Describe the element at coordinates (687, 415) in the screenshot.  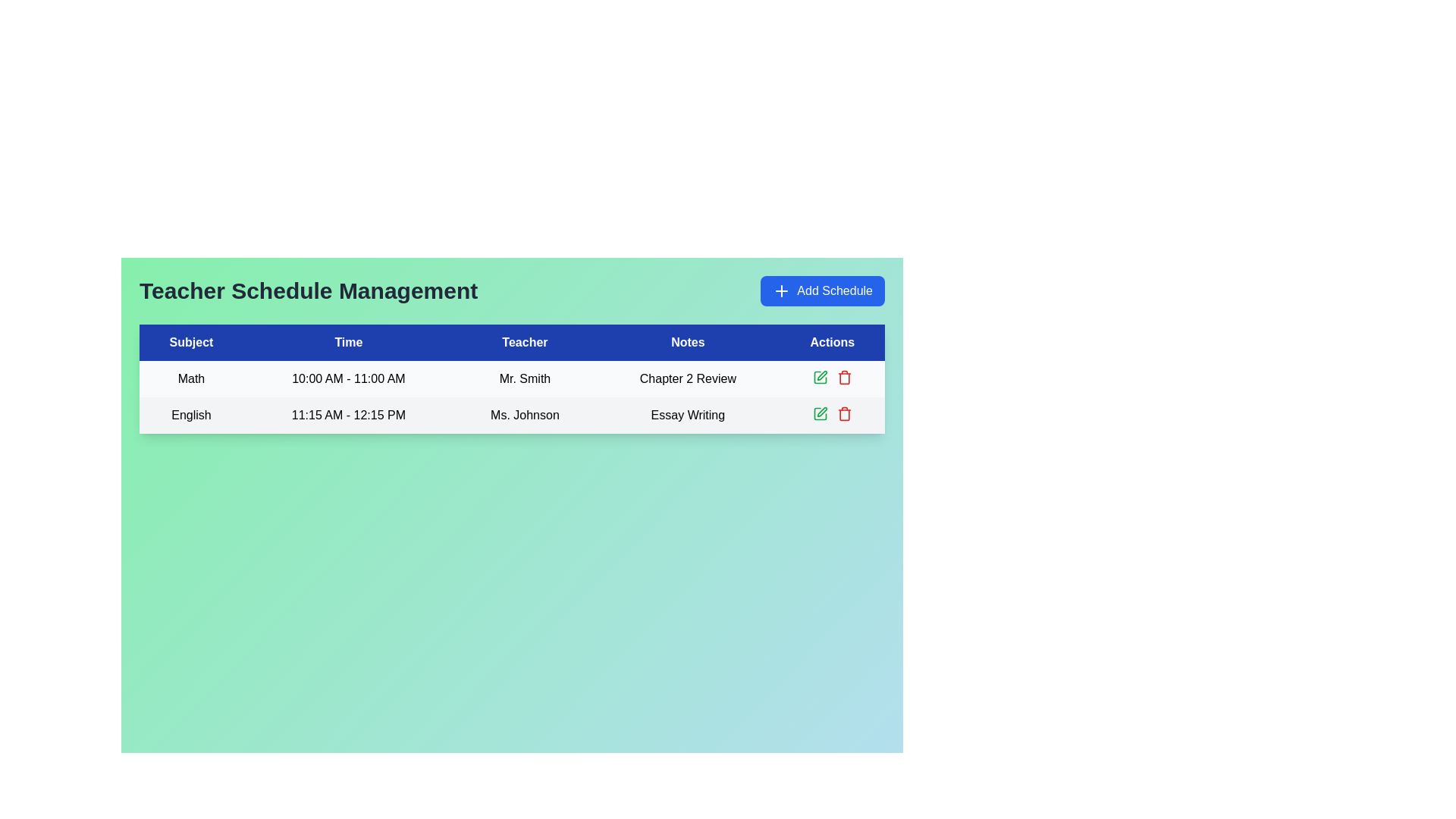
I see `the label displaying 'Essay Writing' in the 'Notes' section, which is positioned in the fourth column of the second row of the table, aligned to the right of 'Ms. Johnson' and to the left of action icons` at that location.